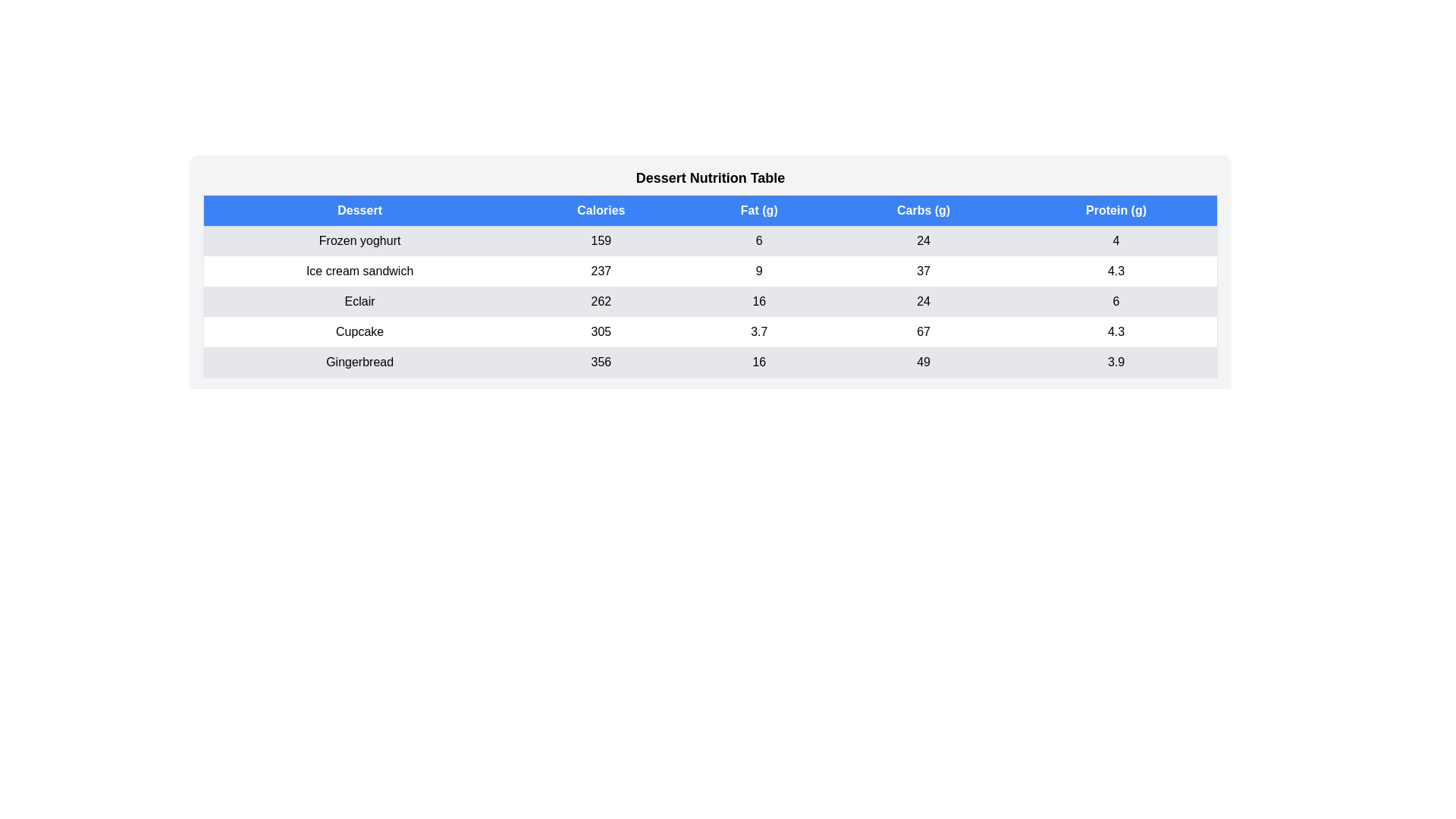  Describe the element at coordinates (709, 271) in the screenshot. I see `the row corresponding to Ice cream sandwich` at that location.